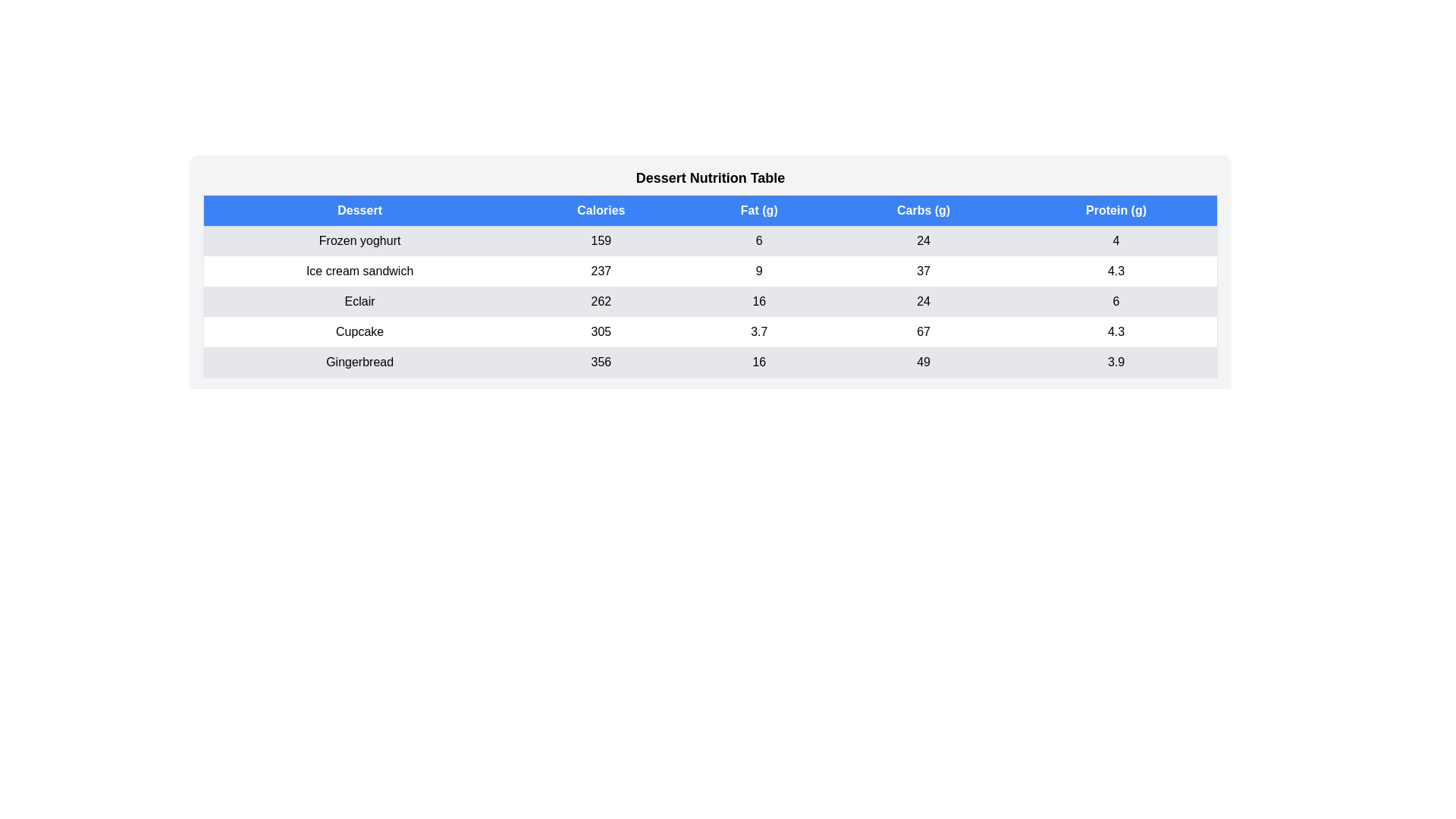  Describe the element at coordinates (709, 271) in the screenshot. I see `the row corresponding to Ice cream sandwich` at that location.